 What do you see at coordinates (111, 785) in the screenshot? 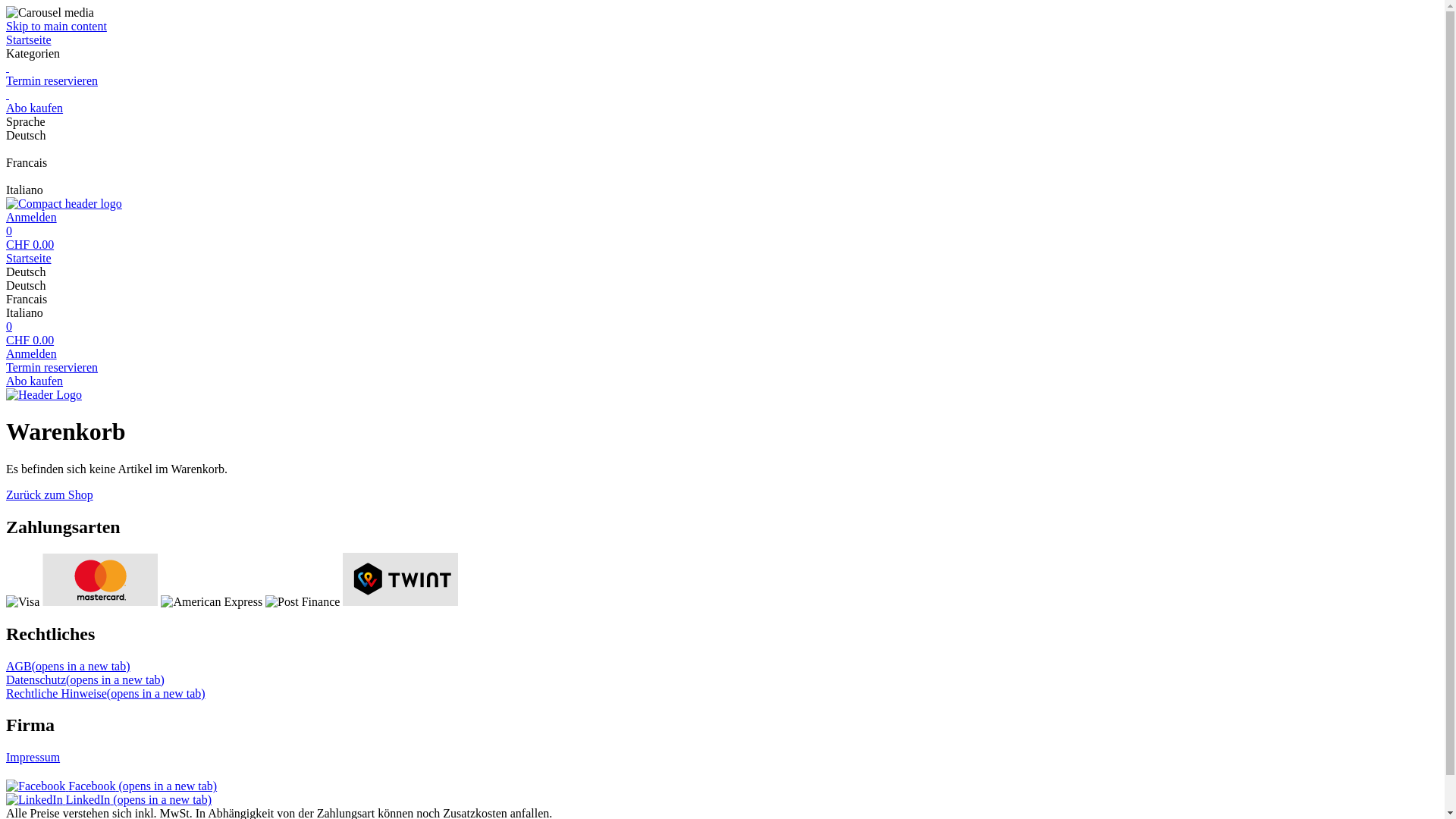
I see `'Facebook (opens in a new tab)'` at bounding box center [111, 785].